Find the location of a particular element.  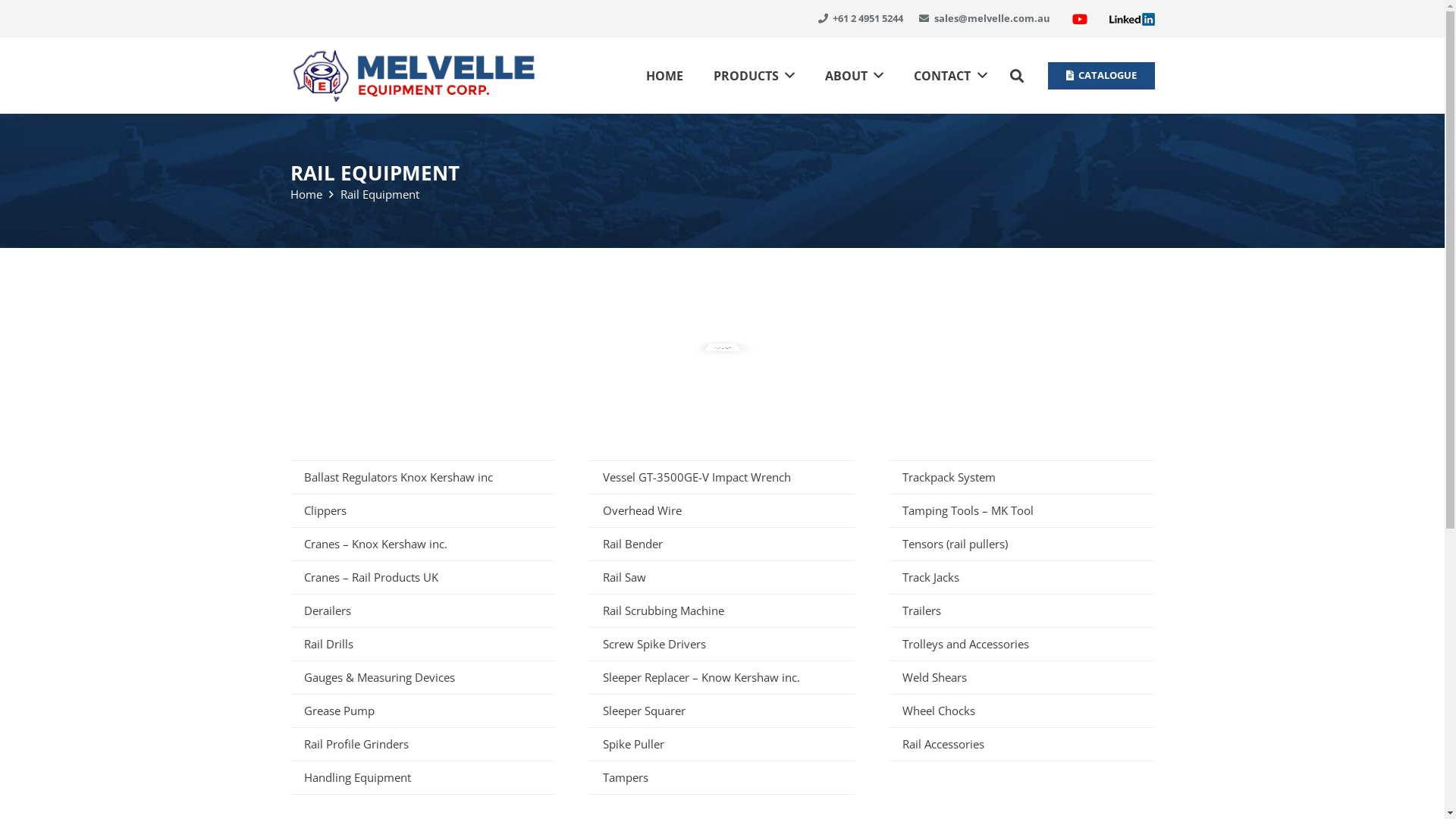

'ABOUT' is located at coordinates (854, 76).